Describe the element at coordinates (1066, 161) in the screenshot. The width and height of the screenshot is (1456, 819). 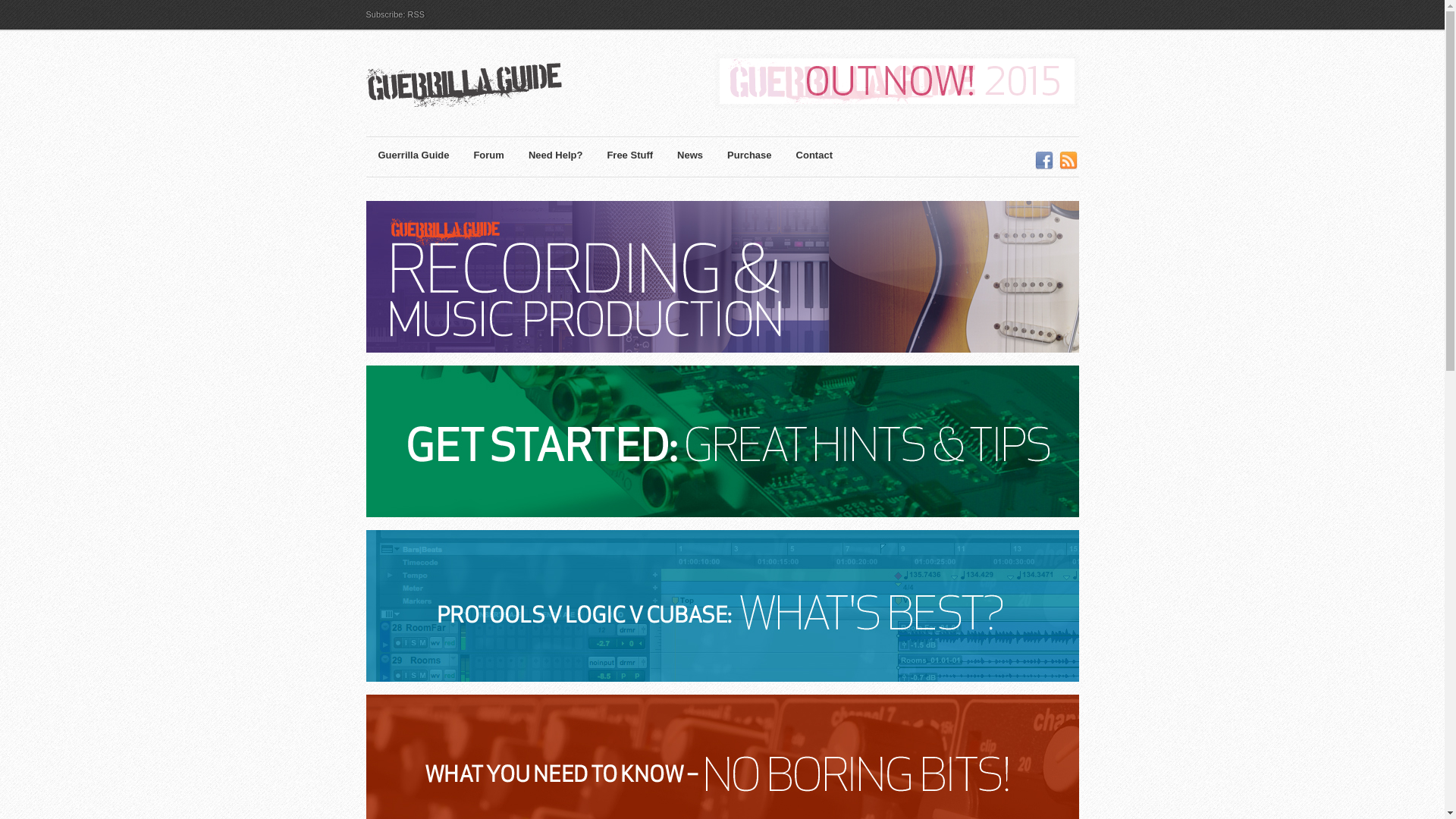
I see `'RSS'` at that location.